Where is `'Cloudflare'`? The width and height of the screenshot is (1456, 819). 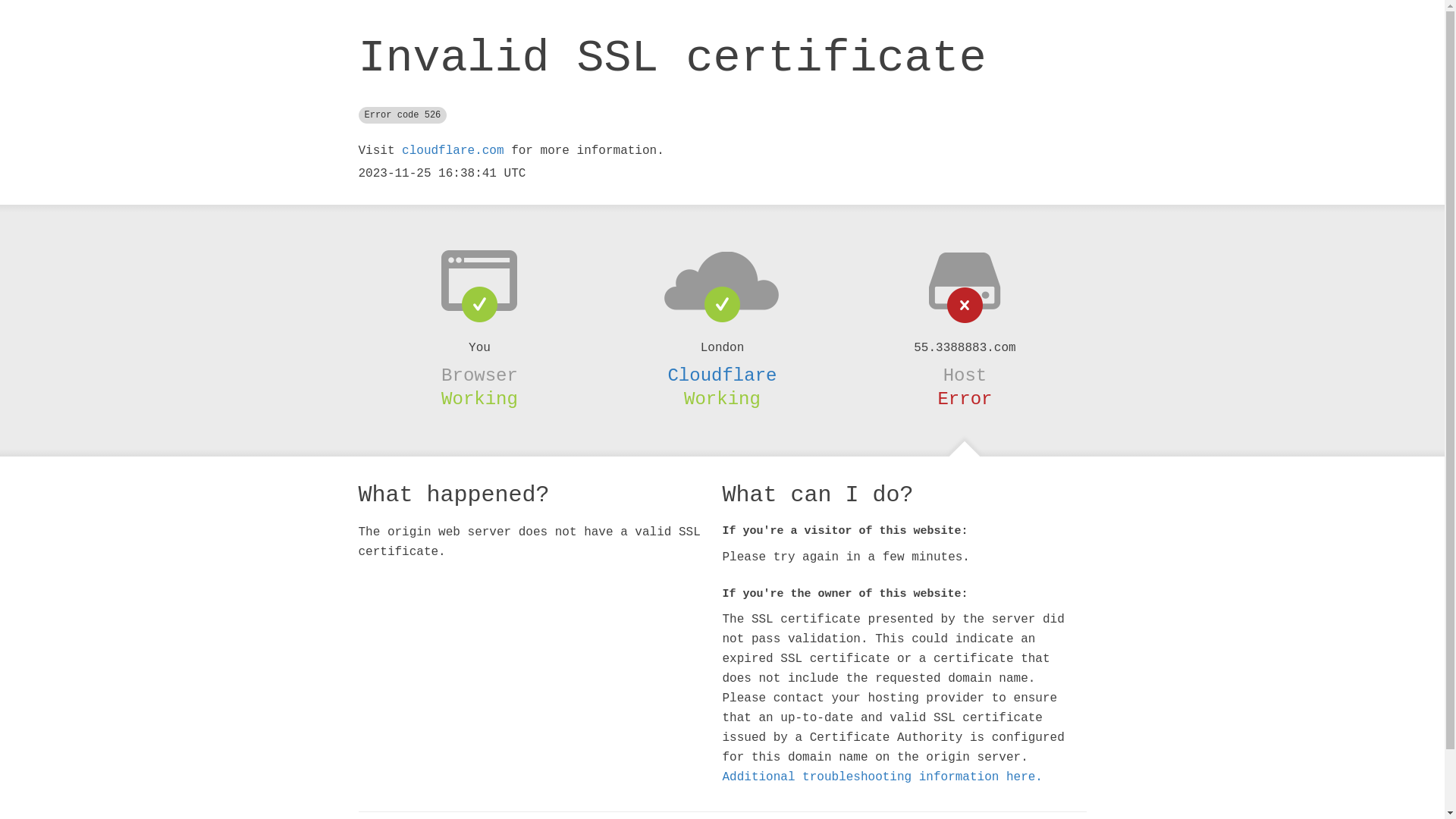 'Cloudflare' is located at coordinates (720, 375).